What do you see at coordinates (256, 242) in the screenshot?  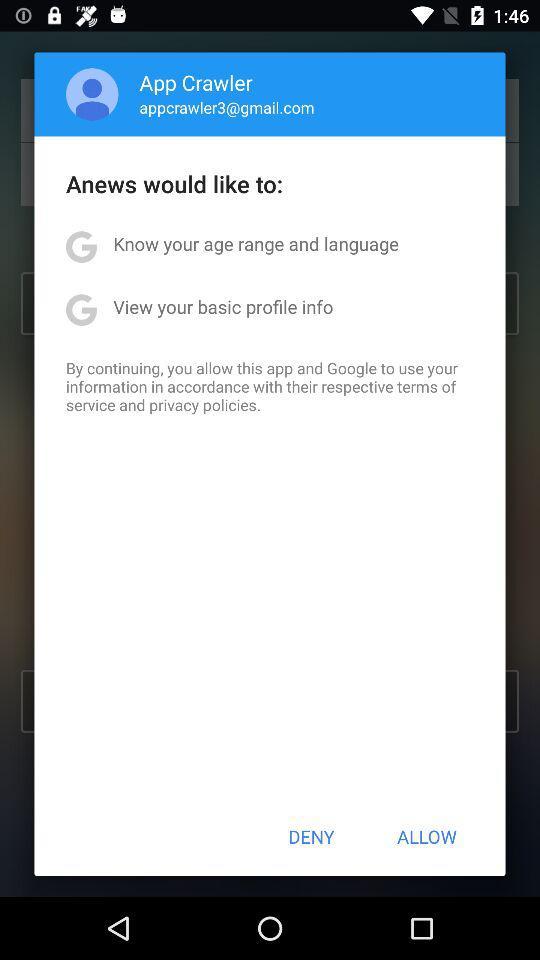 I see `the know your age` at bounding box center [256, 242].